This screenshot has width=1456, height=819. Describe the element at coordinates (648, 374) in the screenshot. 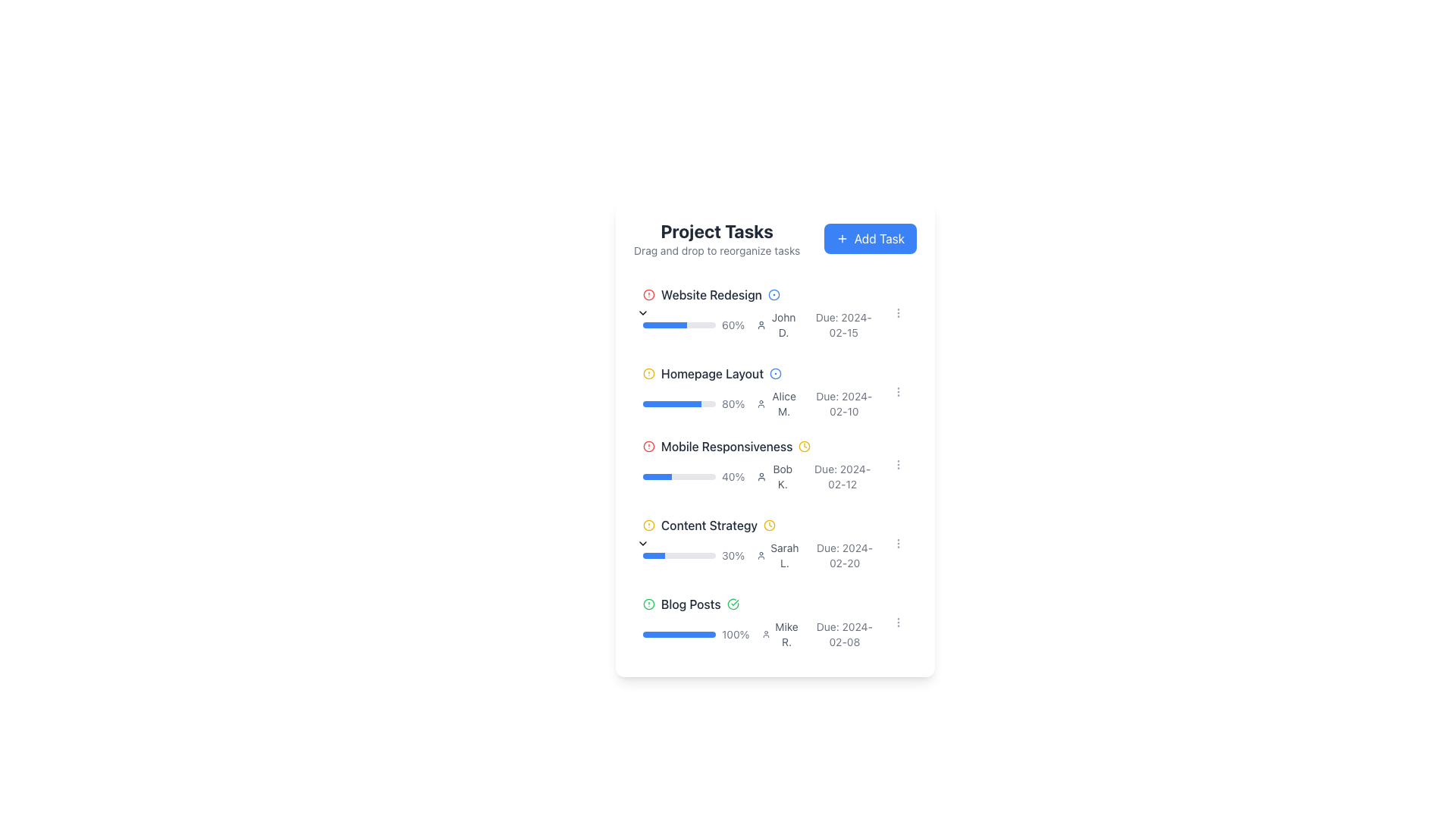

I see `the yellow circular alert icon with a hollow outline and a vertical line, located on the far left preceding the text 'Homepage Layout'` at that location.